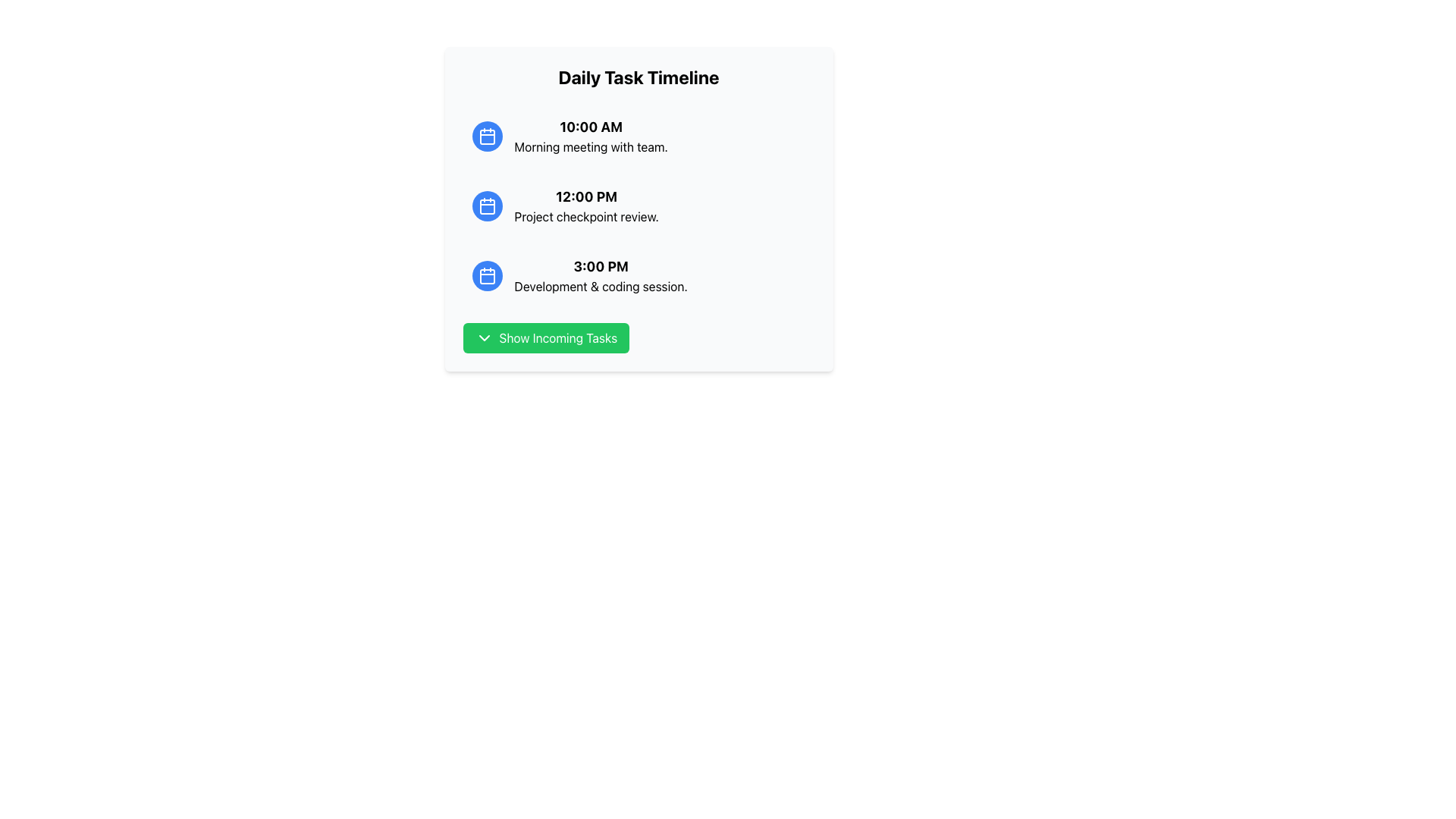 The height and width of the screenshot is (819, 1456). I want to click on time information displayed in the text label showing '12:00 PM', which is located between '10:00 AM' and '3:00 PM' in the task list, so click(585, 196).